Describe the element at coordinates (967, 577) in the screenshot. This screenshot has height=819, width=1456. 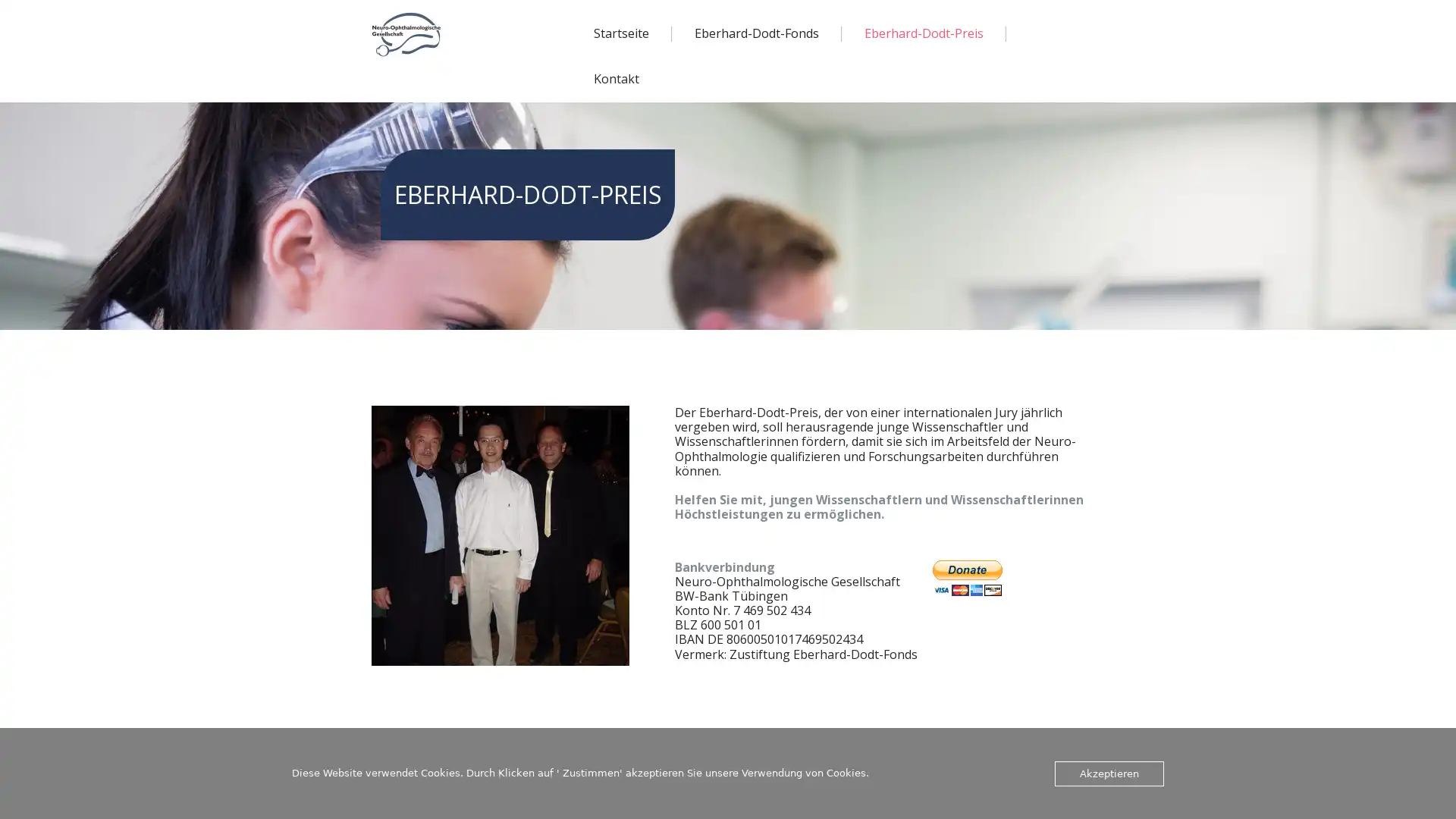
I see `Donate with PayPal button` at that location.